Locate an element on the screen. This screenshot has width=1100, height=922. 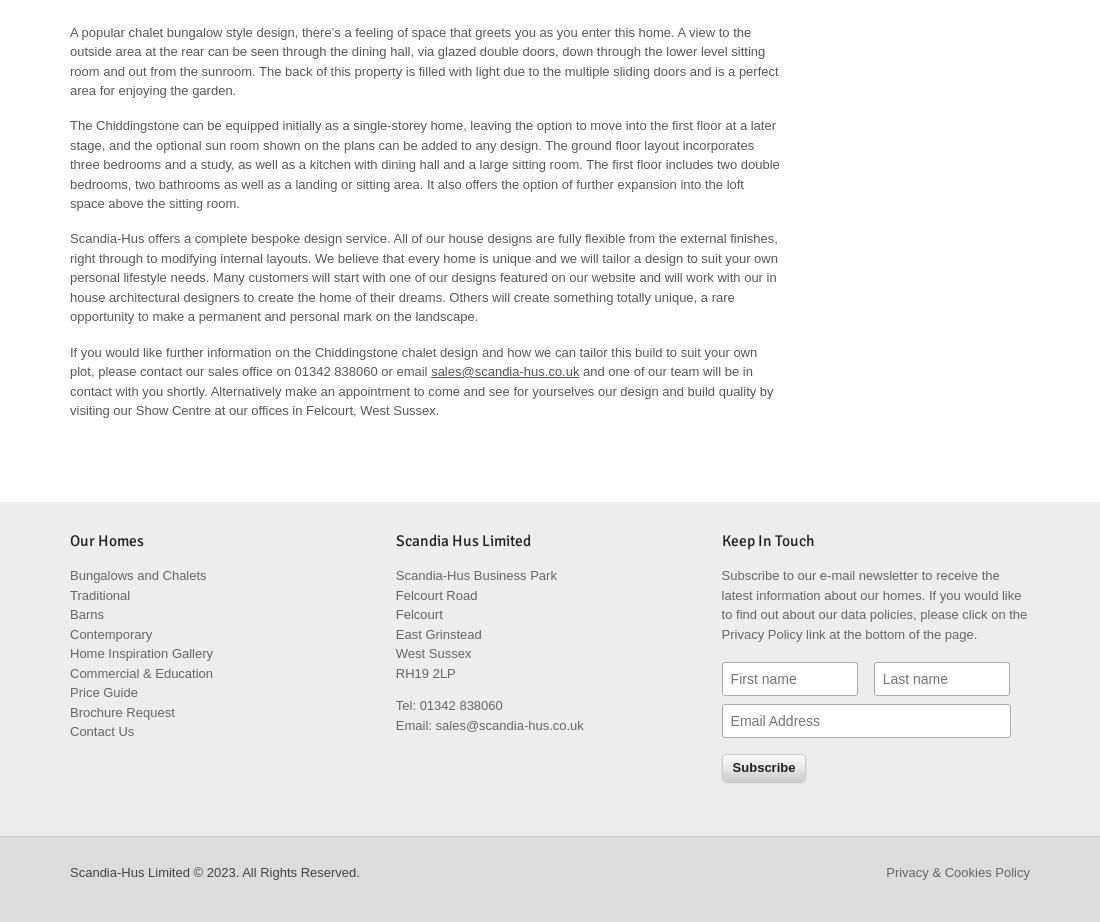
'Commercial & Education' is located at coordinates (68, 672).